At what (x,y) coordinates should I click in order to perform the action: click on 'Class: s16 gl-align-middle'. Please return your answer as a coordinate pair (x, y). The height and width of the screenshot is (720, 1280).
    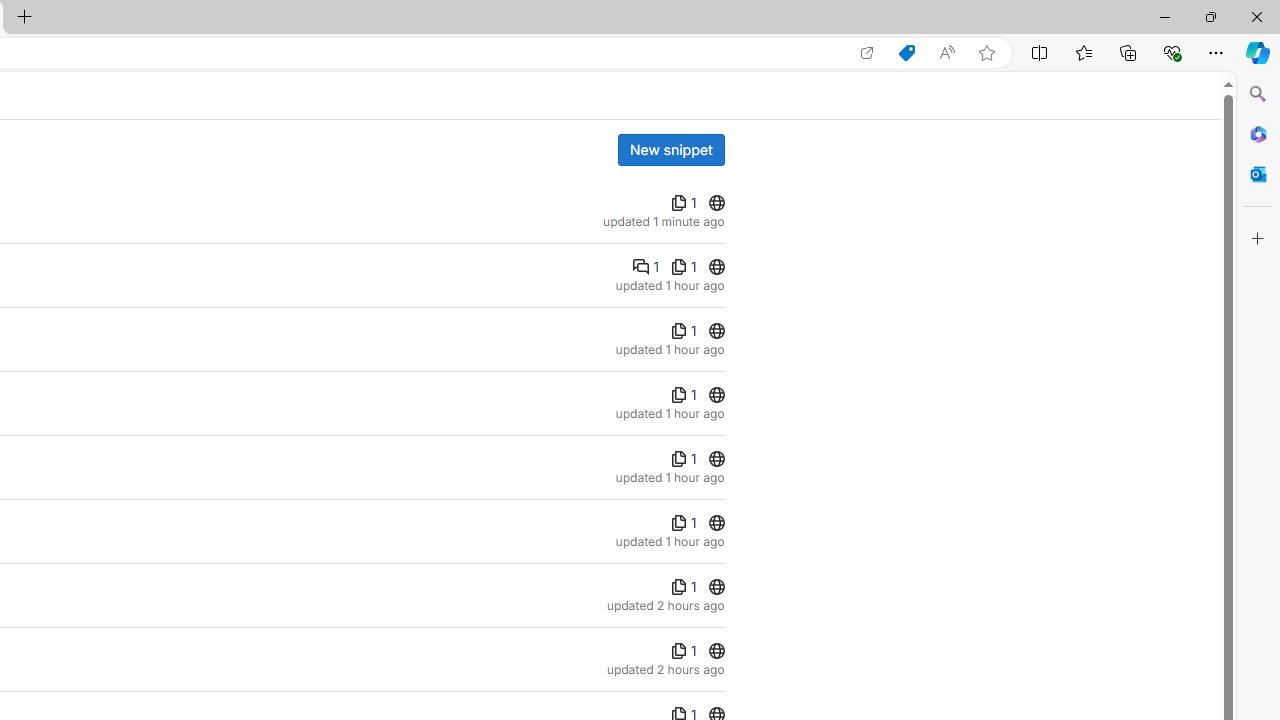
    Looking at the image, I should click on (678, 651).